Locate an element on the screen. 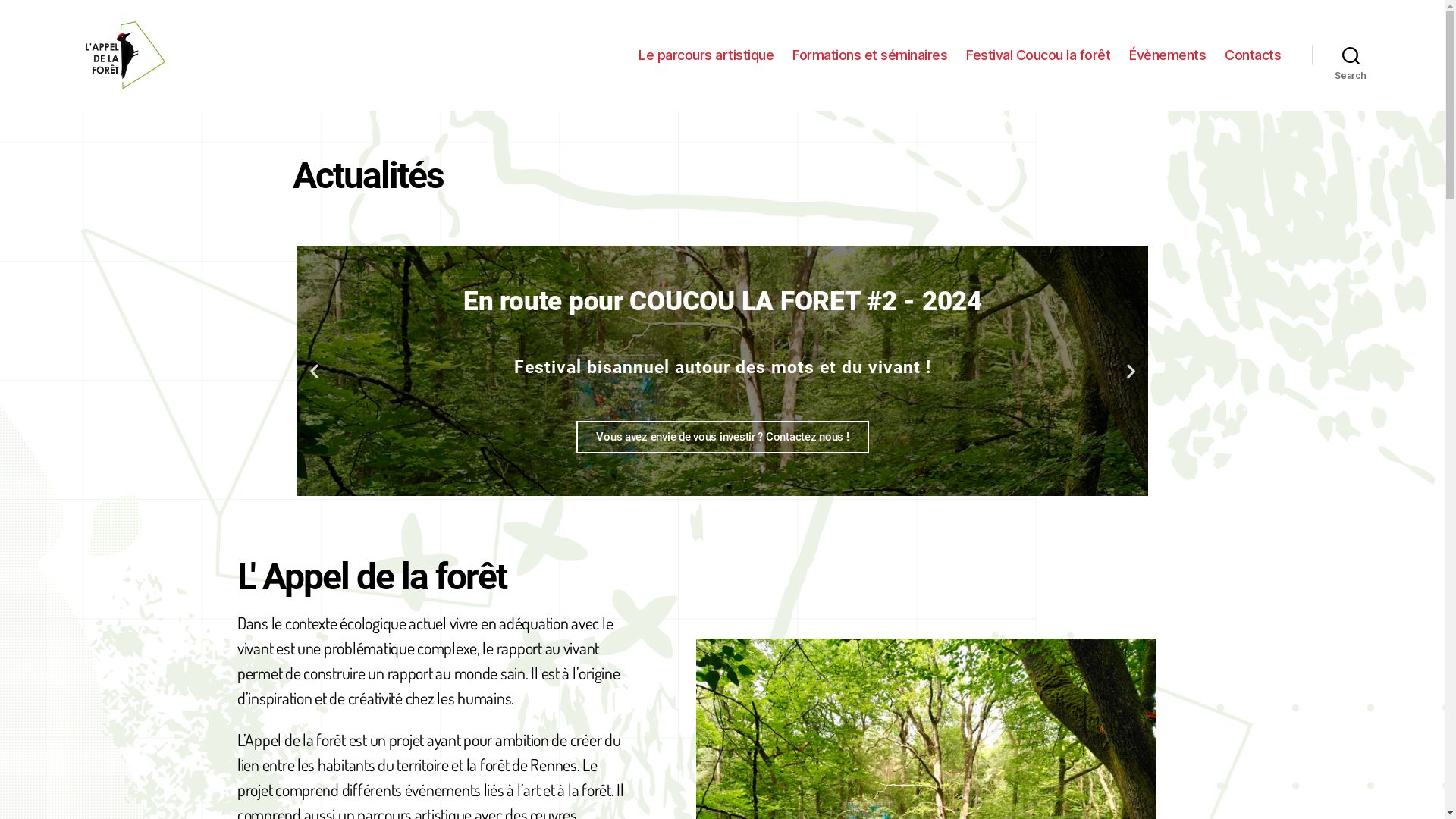 Image resolution: width=1456 pixels, height=819 pixels. 'Search' is located at coordinates (1351, 55).